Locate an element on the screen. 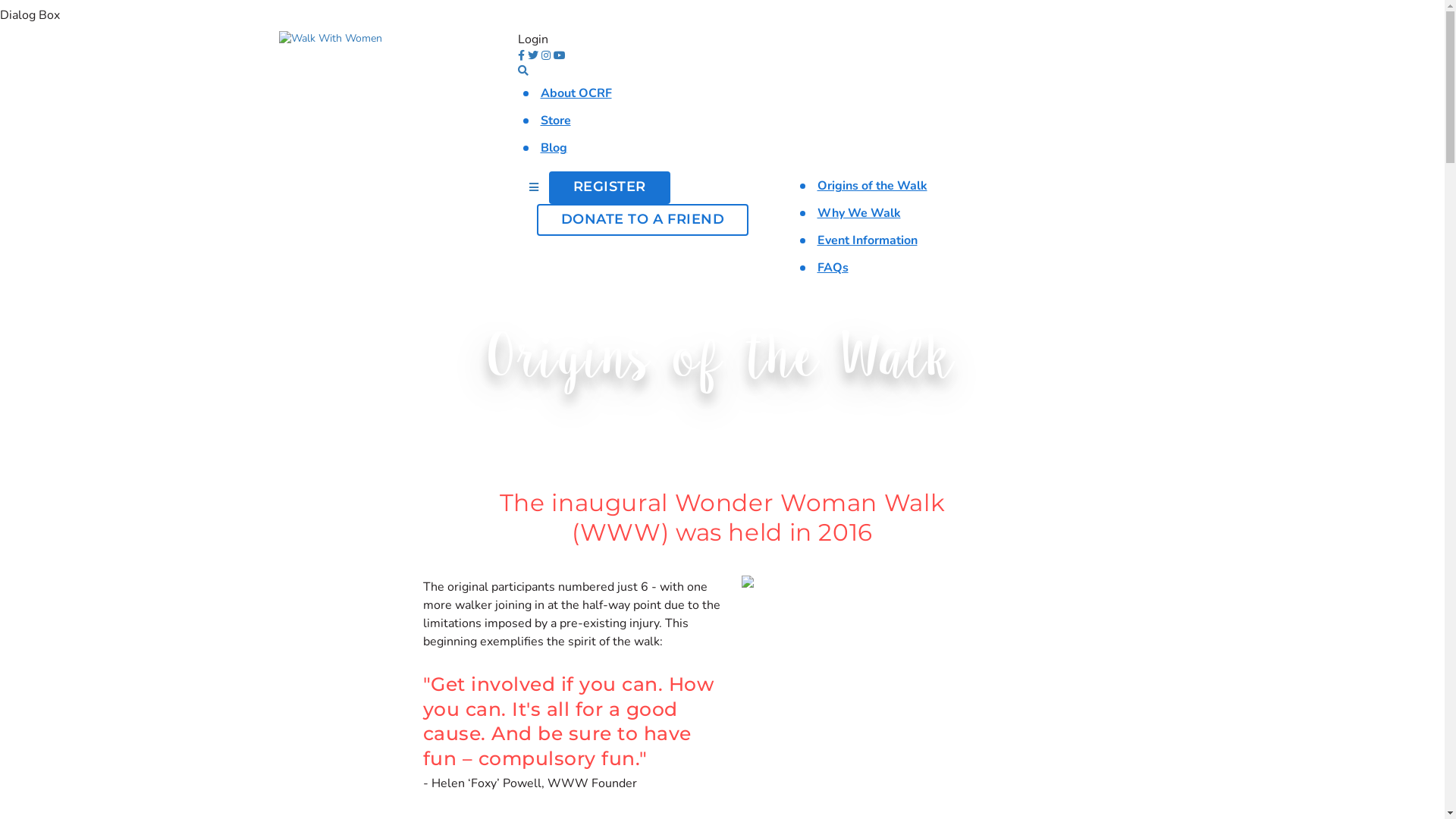 This screenshot has width=1456, height=819. 'Origins of the Walk' is located at coordinates (872, 185).